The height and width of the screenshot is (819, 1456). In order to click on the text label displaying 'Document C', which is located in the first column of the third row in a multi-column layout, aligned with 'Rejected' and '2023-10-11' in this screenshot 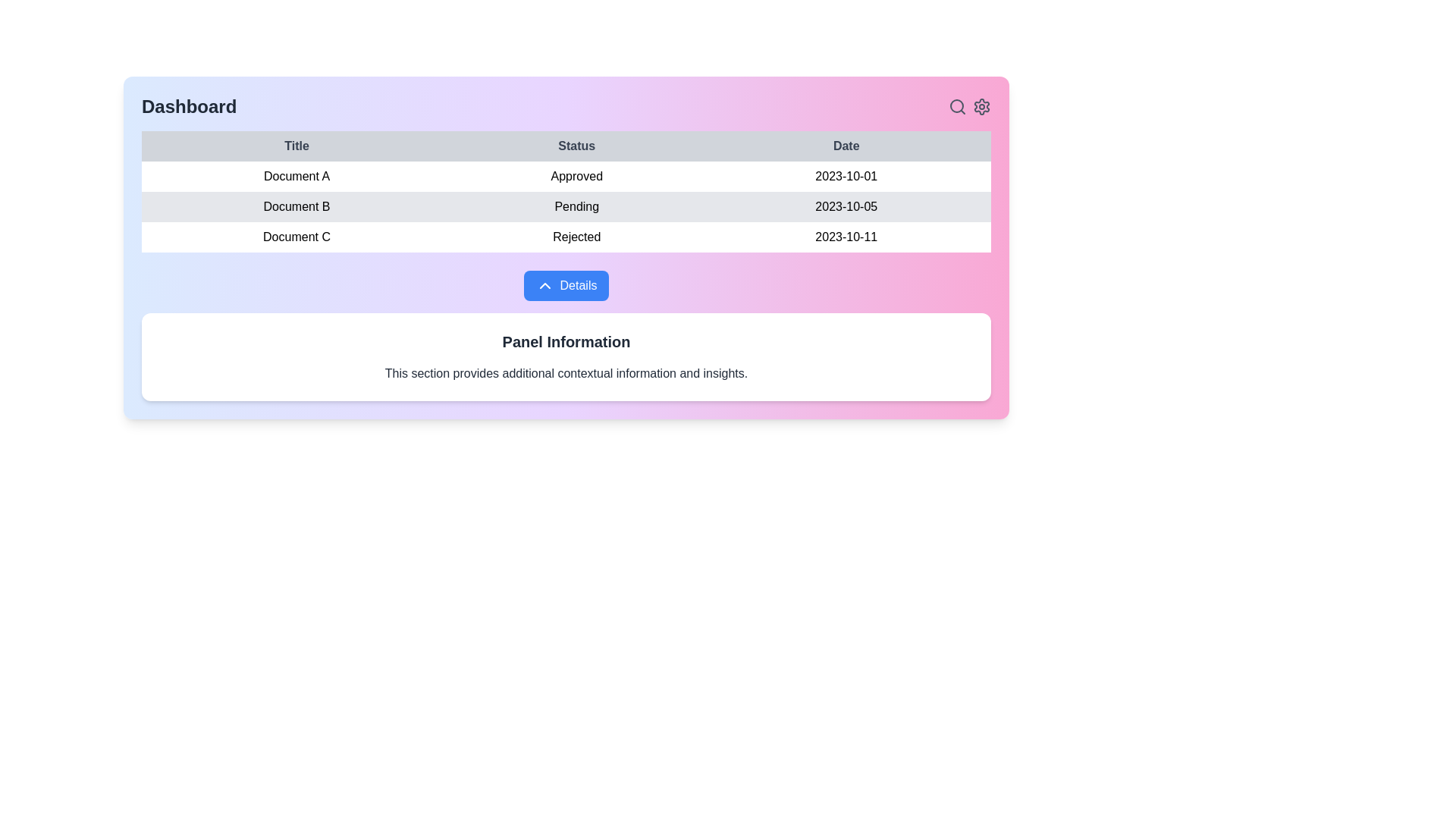, I will do `click(297, 237)`.